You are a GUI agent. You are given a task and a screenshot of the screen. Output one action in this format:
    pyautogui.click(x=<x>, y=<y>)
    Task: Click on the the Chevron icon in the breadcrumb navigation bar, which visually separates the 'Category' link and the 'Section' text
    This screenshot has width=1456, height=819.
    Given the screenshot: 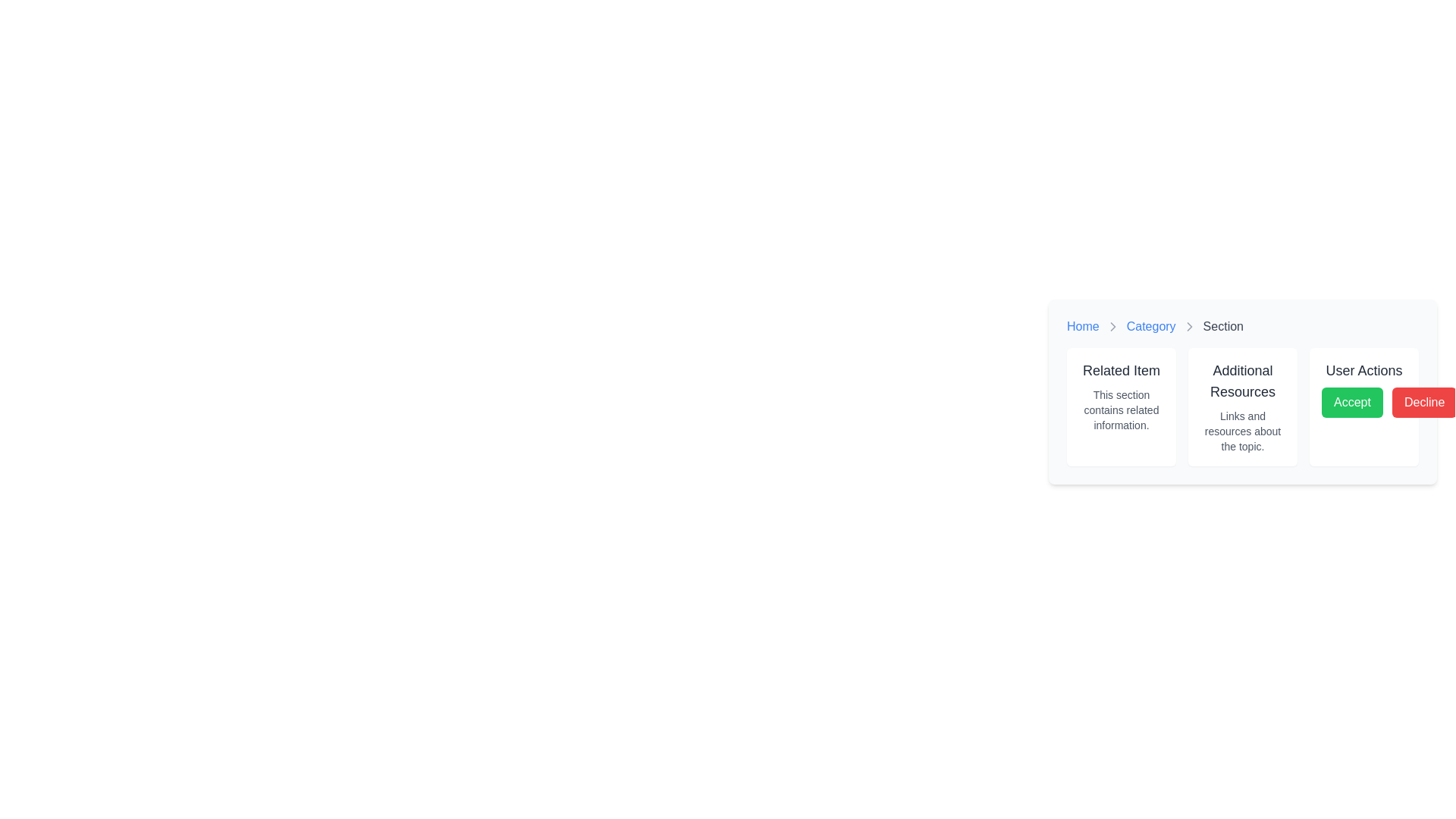 What is the action you would take?
    pyautogui.click(x=1188, y=326)
    